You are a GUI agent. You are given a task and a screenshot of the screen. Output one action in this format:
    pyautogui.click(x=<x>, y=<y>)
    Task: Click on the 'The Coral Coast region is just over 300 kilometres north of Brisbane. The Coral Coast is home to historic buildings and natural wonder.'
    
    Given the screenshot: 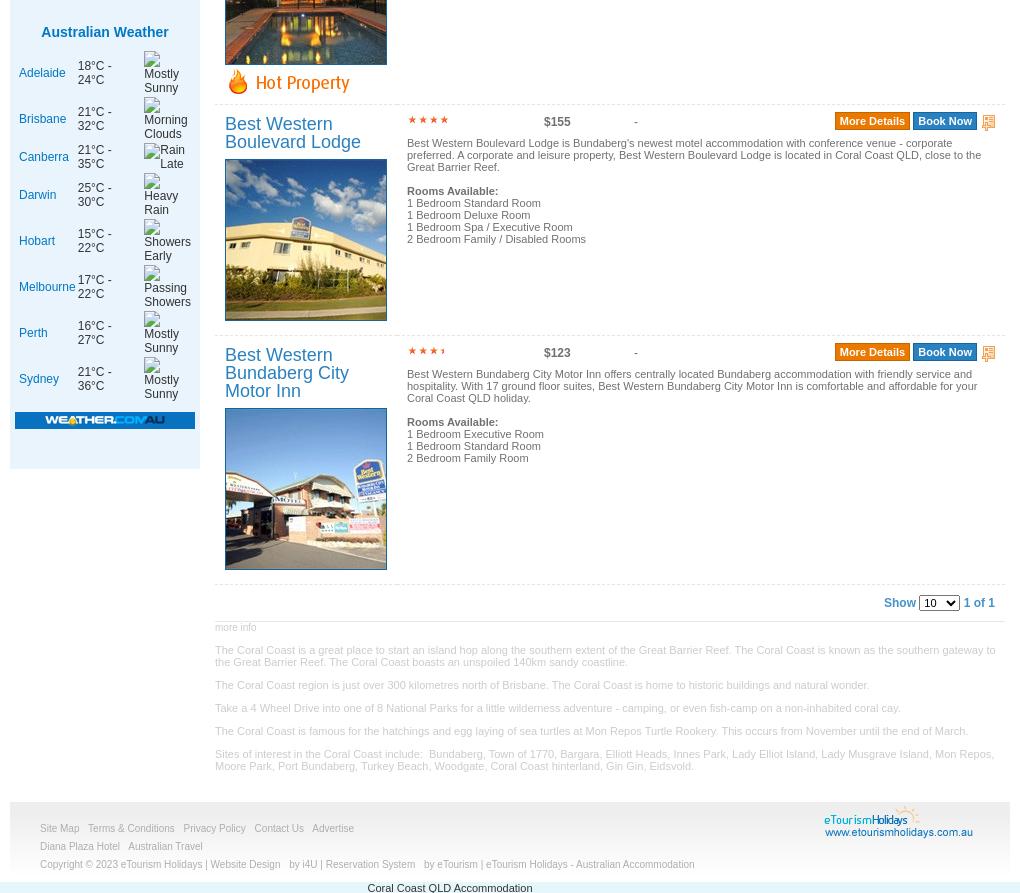 What is the action you would take?
    pyautogui.click(x=215, y=685)
    